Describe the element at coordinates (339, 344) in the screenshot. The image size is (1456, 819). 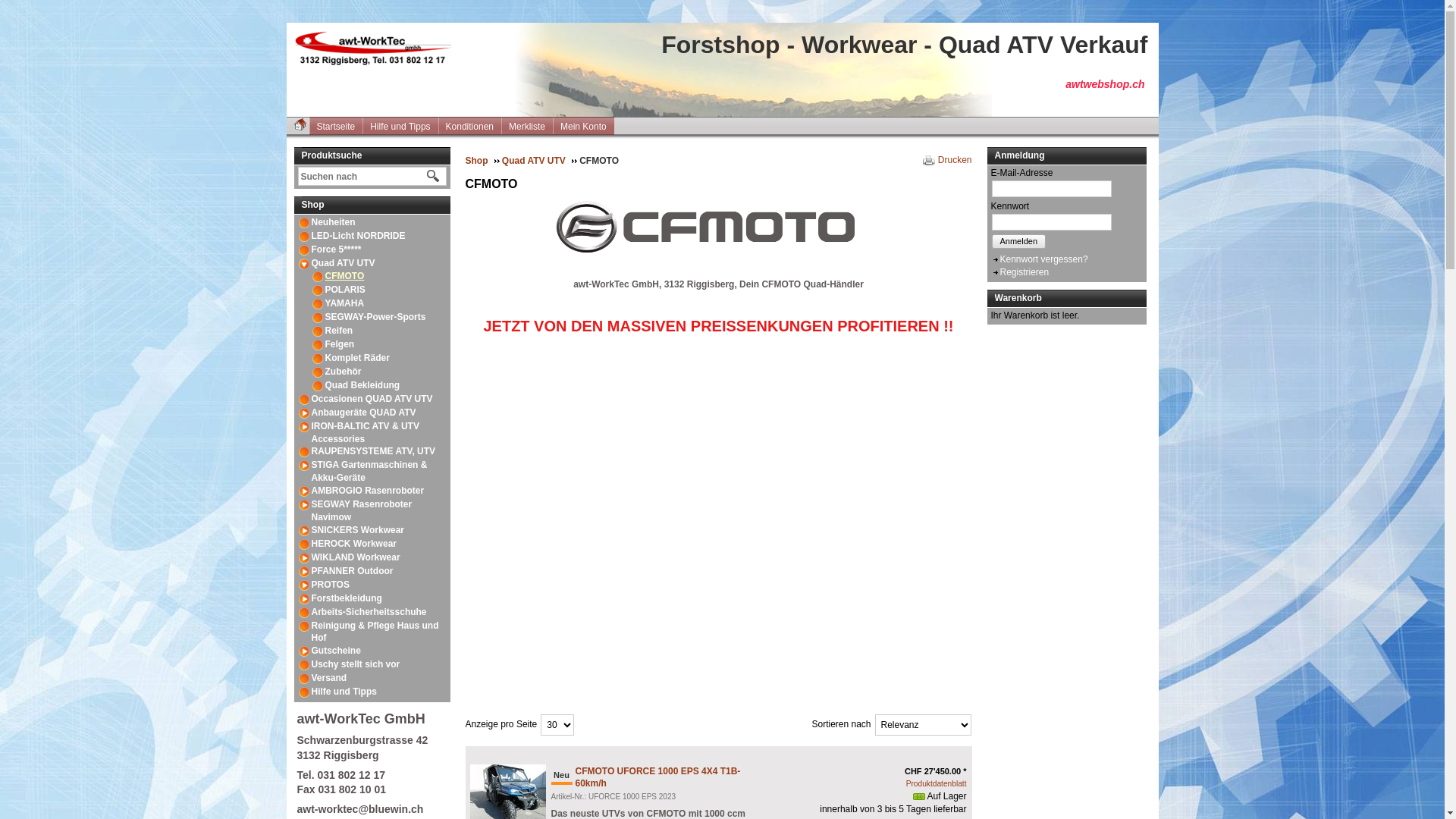
I see `'Felgen'` at that location.